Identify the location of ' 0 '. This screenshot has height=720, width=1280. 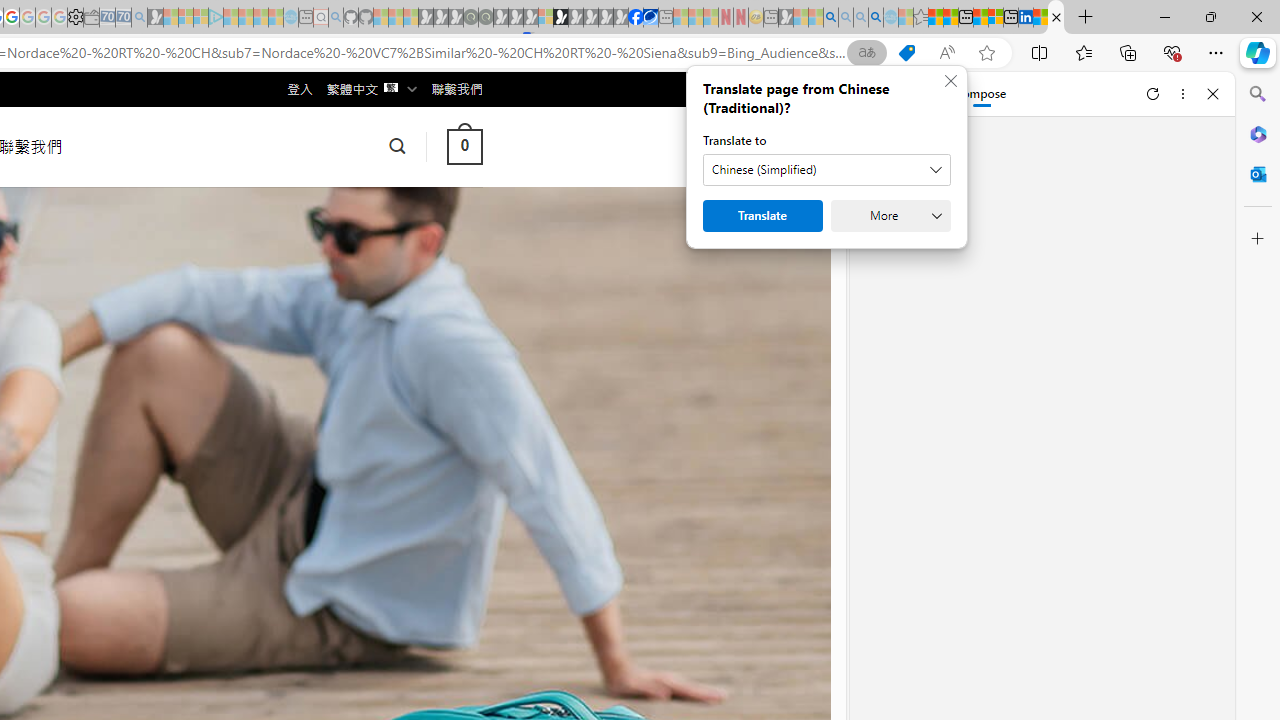
(463, 145).